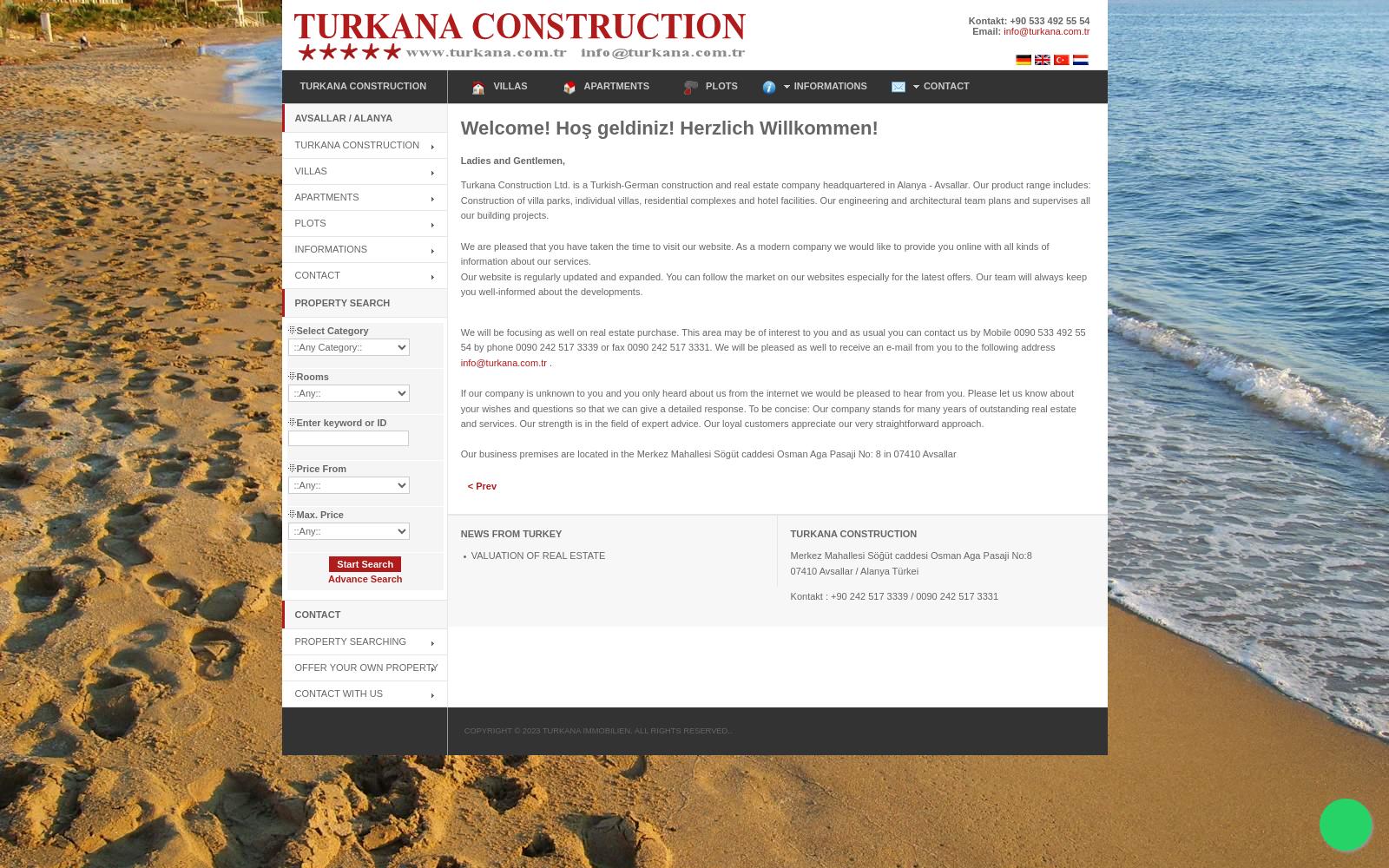 The image size is (1389, 868). I want to click on 'Informations', so click(330, 248).